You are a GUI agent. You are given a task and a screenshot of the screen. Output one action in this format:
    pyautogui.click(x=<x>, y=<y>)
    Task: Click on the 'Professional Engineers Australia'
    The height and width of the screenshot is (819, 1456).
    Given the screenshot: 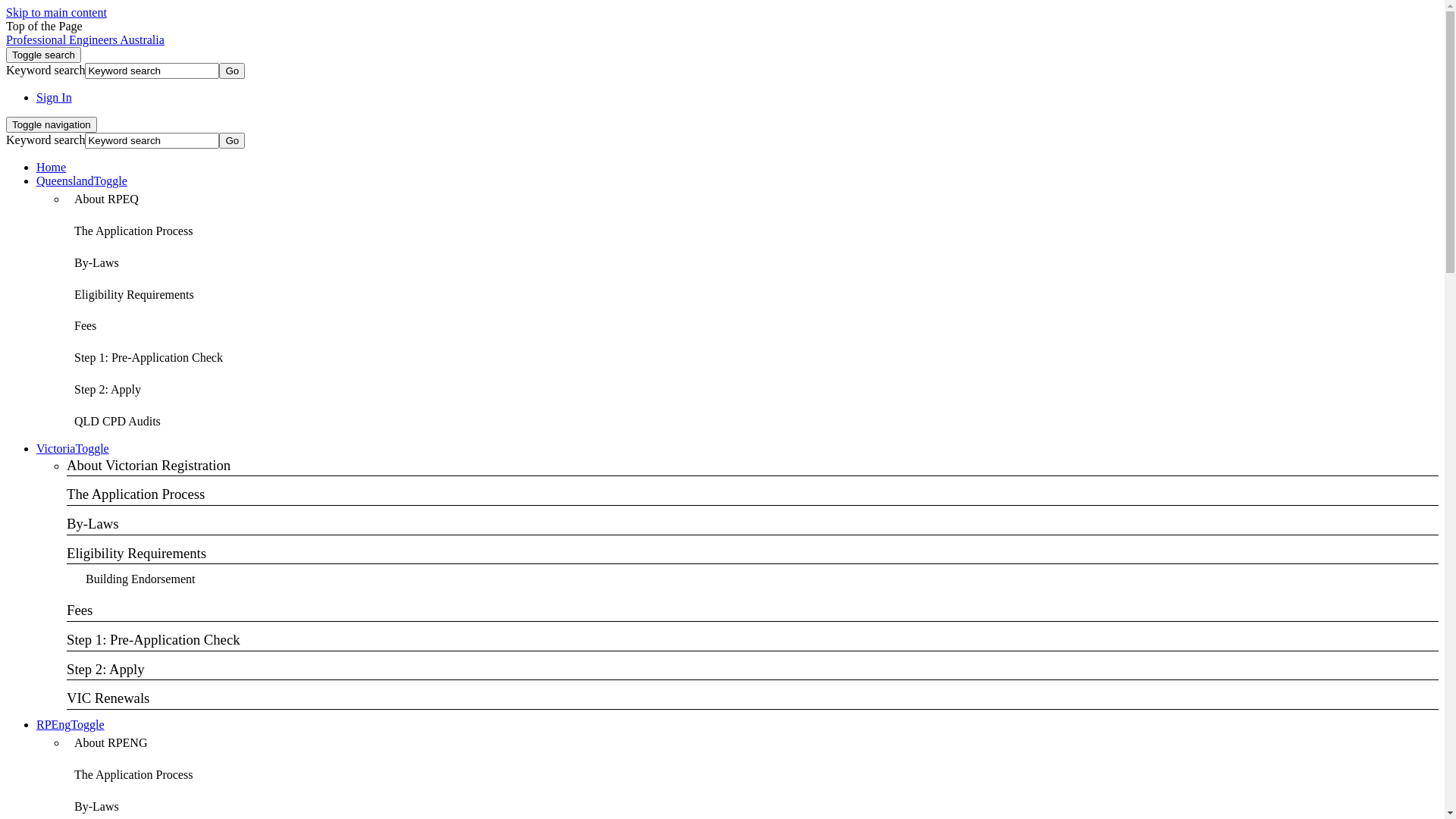 What is the action you would take?
    pyautogui.click(x=6, y=39)
    